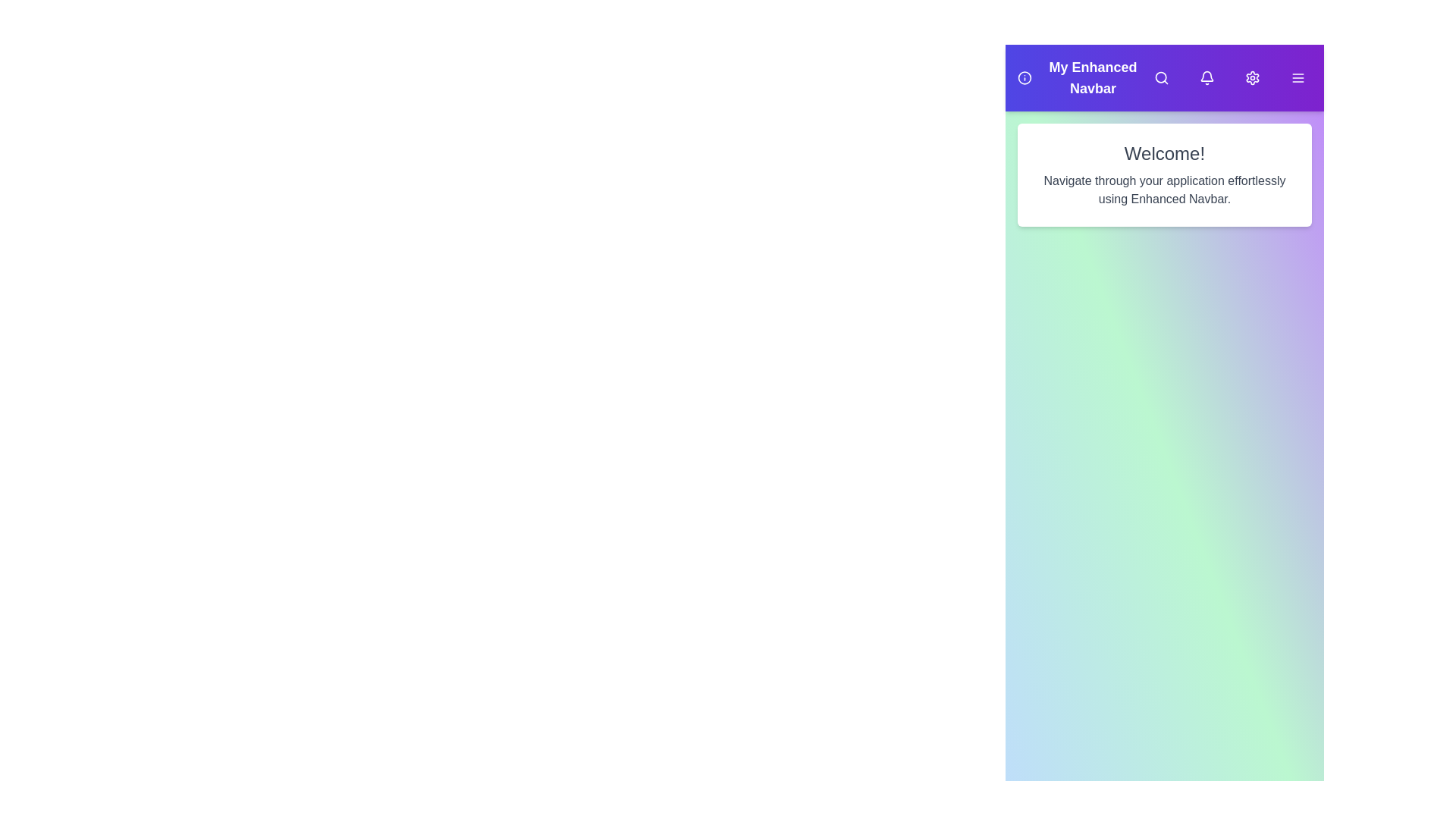  What do you see at coordinates (1160, 78) in the screenshot?
I see `the navigation button Search` at bounding box center [1160, 78].